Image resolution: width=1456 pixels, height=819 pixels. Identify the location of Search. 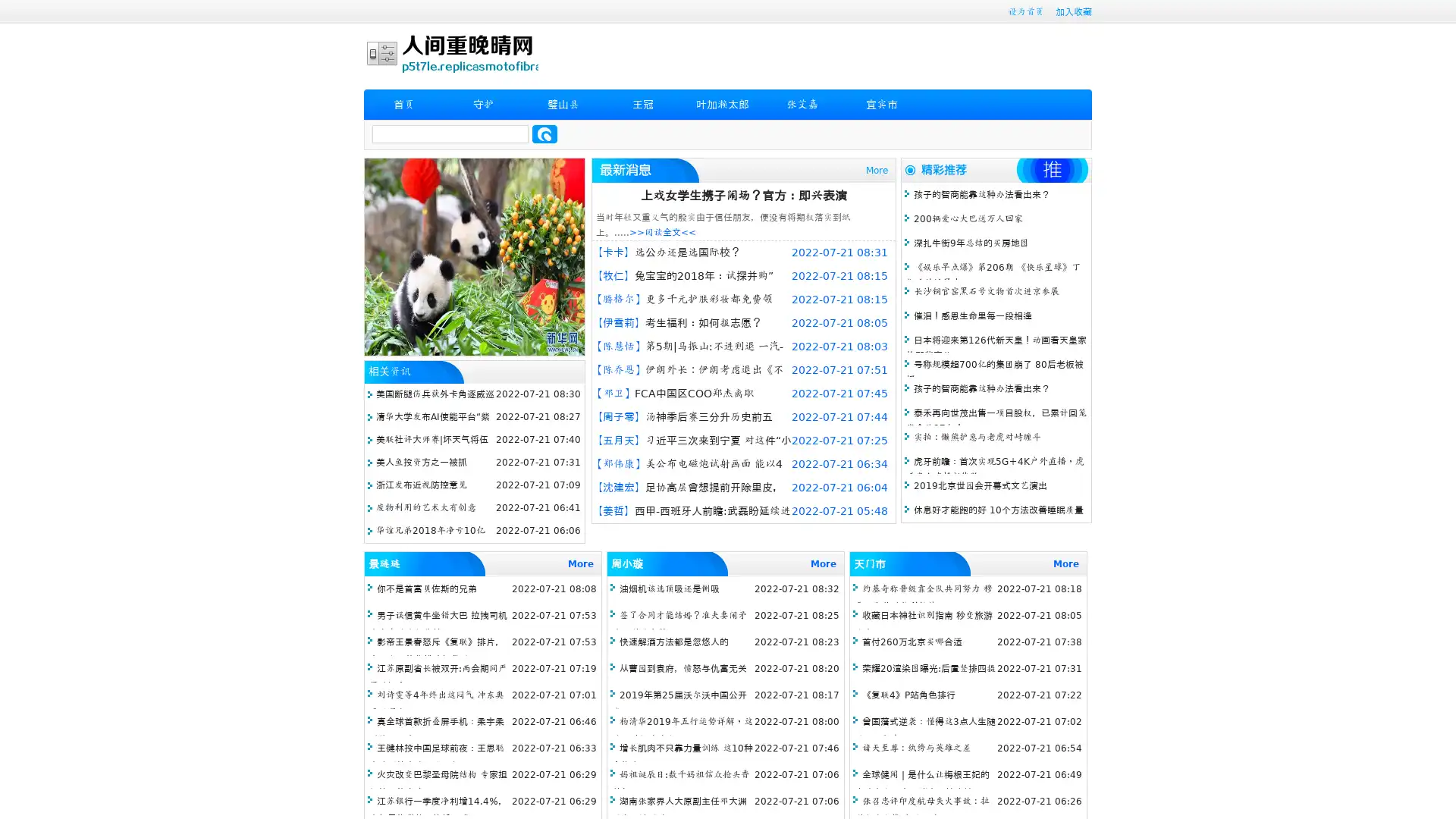
(544, 133).